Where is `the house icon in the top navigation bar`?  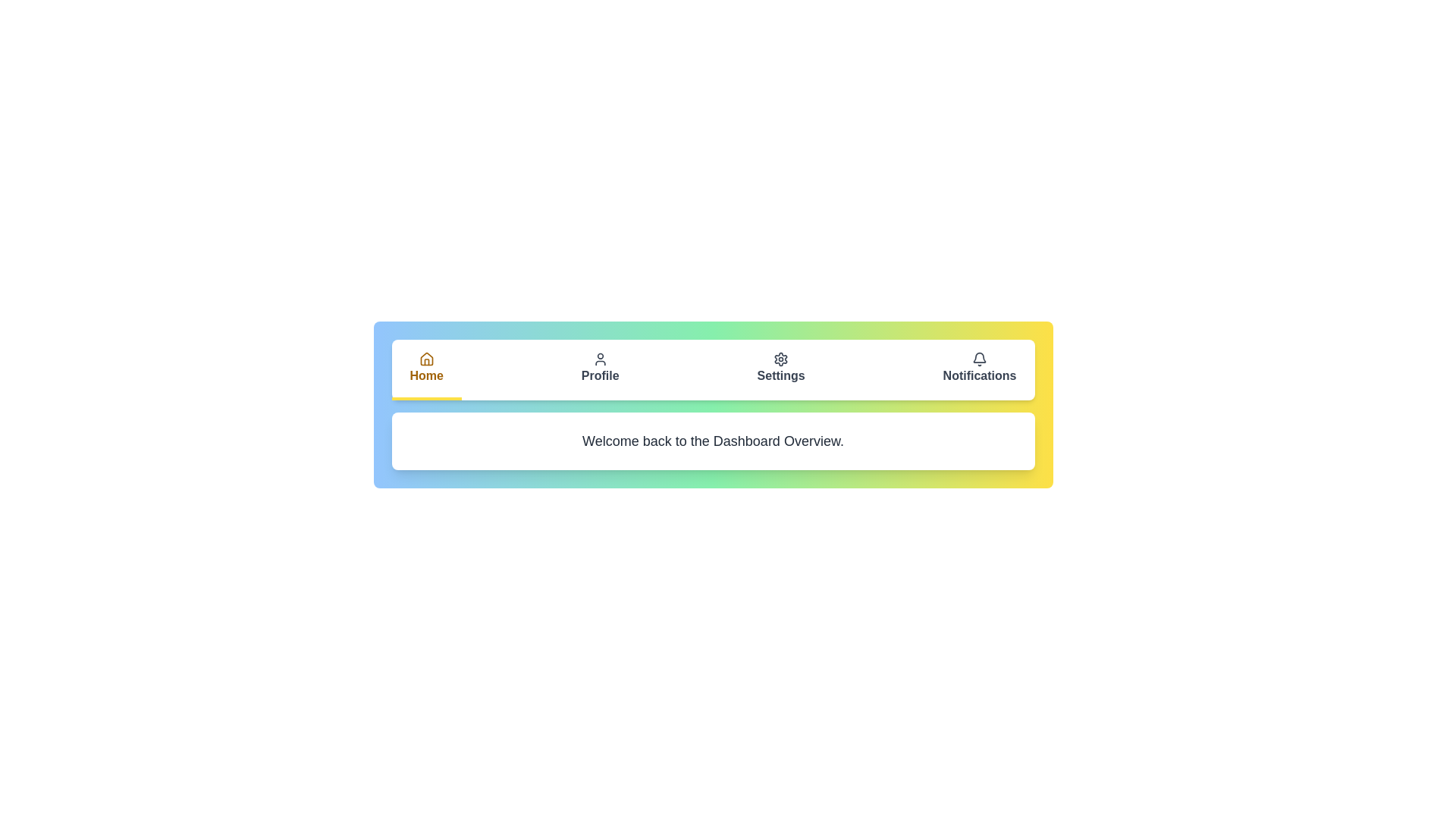 the house icon in the top navigation bar is located at coordinates (425, 359).